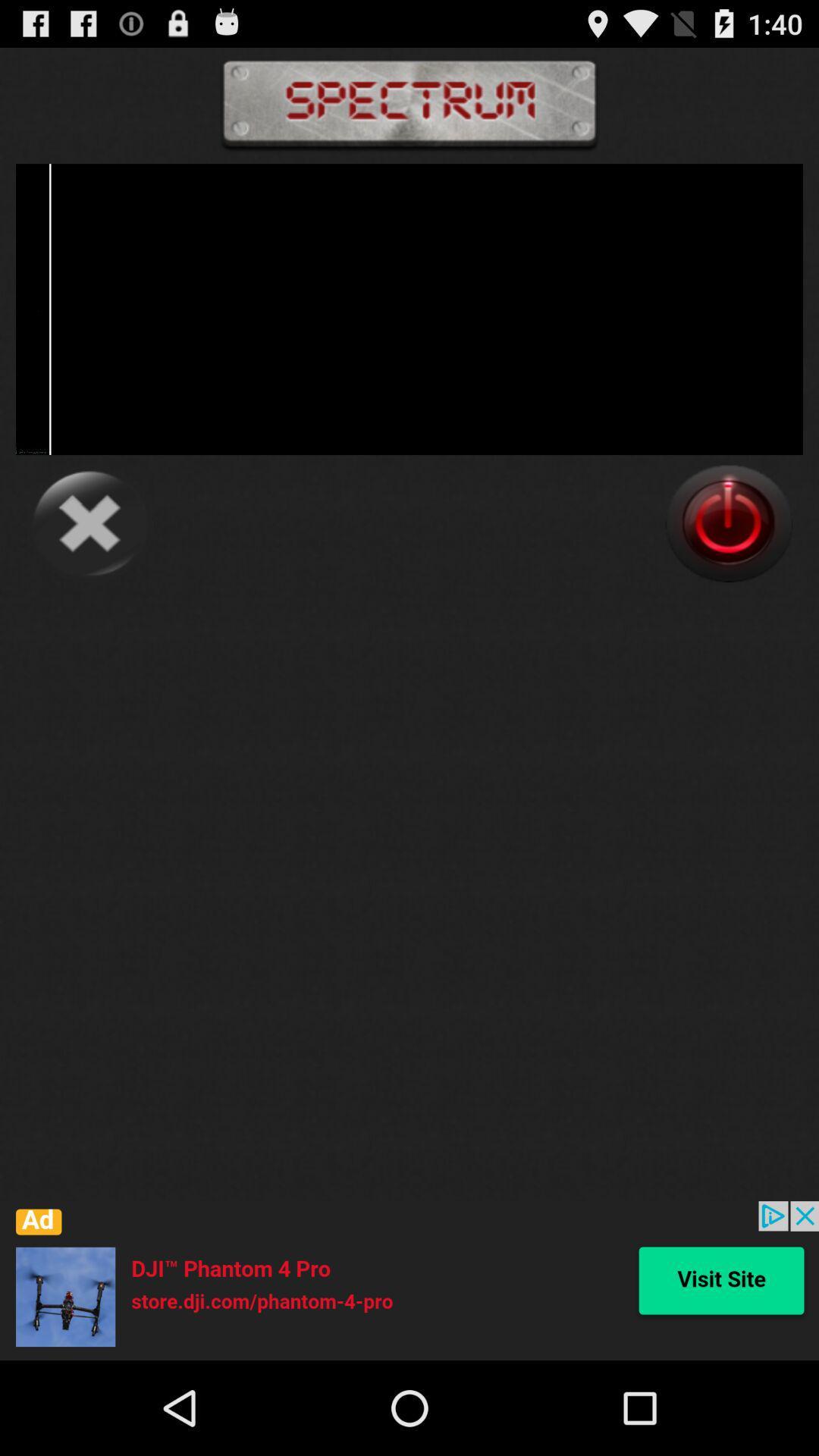  What do you see at coordinates (728, 523) in the screenshot?
I see `switch off` at bounding box center [728, 523].